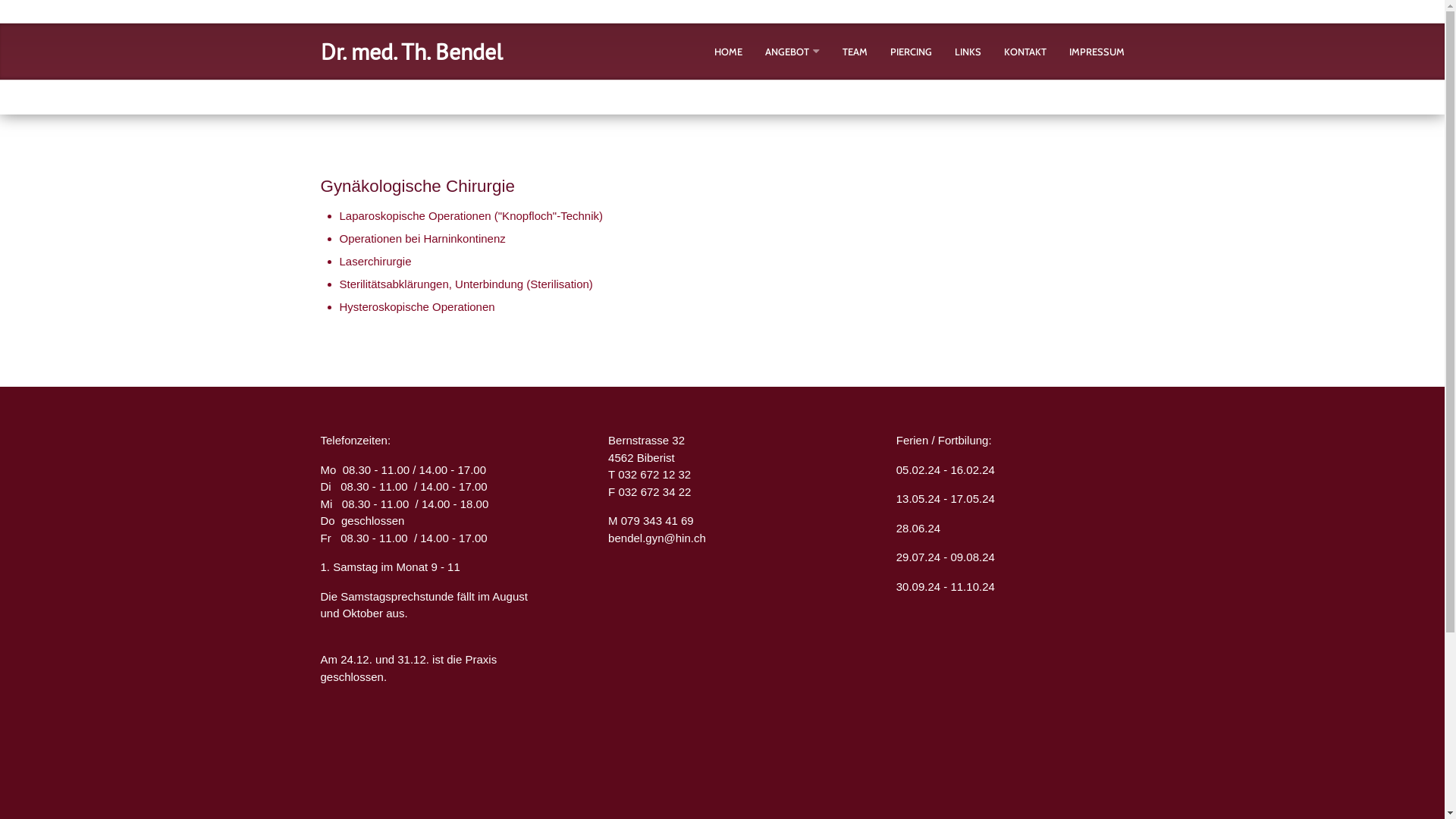 The image size is (1456, 819). What do you see at coordinates (1097, 51) in the screenshot?
I see `'IMPRESSUM'` at bounding box center [1097, 51].